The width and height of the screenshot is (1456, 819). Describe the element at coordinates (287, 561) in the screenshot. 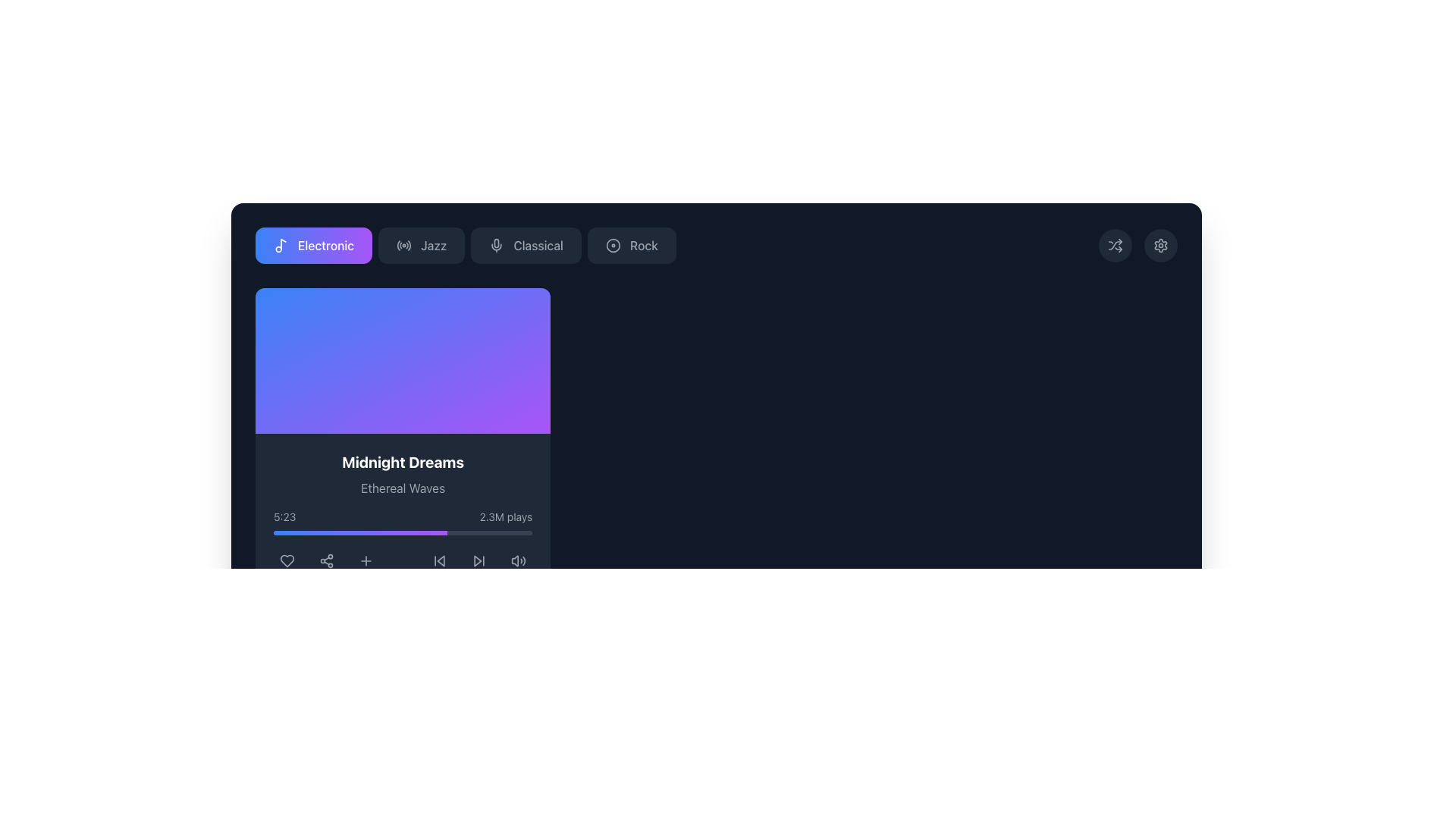

I see `the heart-shaped icon button with a gray outline located at the bottom-left of the music player interface to change its appearance` at that location.